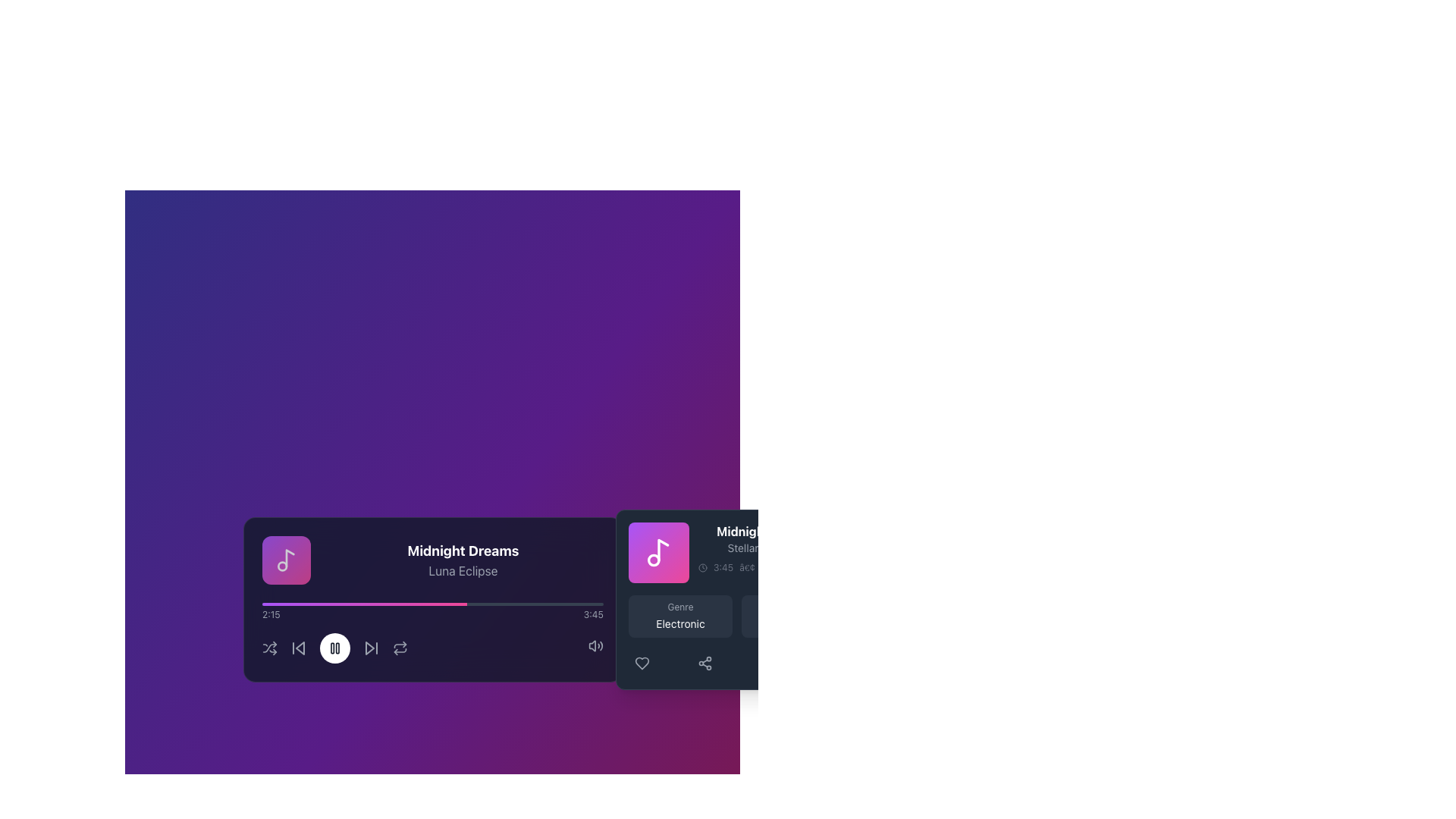 Image resolution: width=1456 pixels, height=819 pixels. I want to click on the progress of the progress bar located in the music player interface, which is horizontally aligned above the playback controls and beneath the title and subtitle of the currently playing track, so click(431, 604).